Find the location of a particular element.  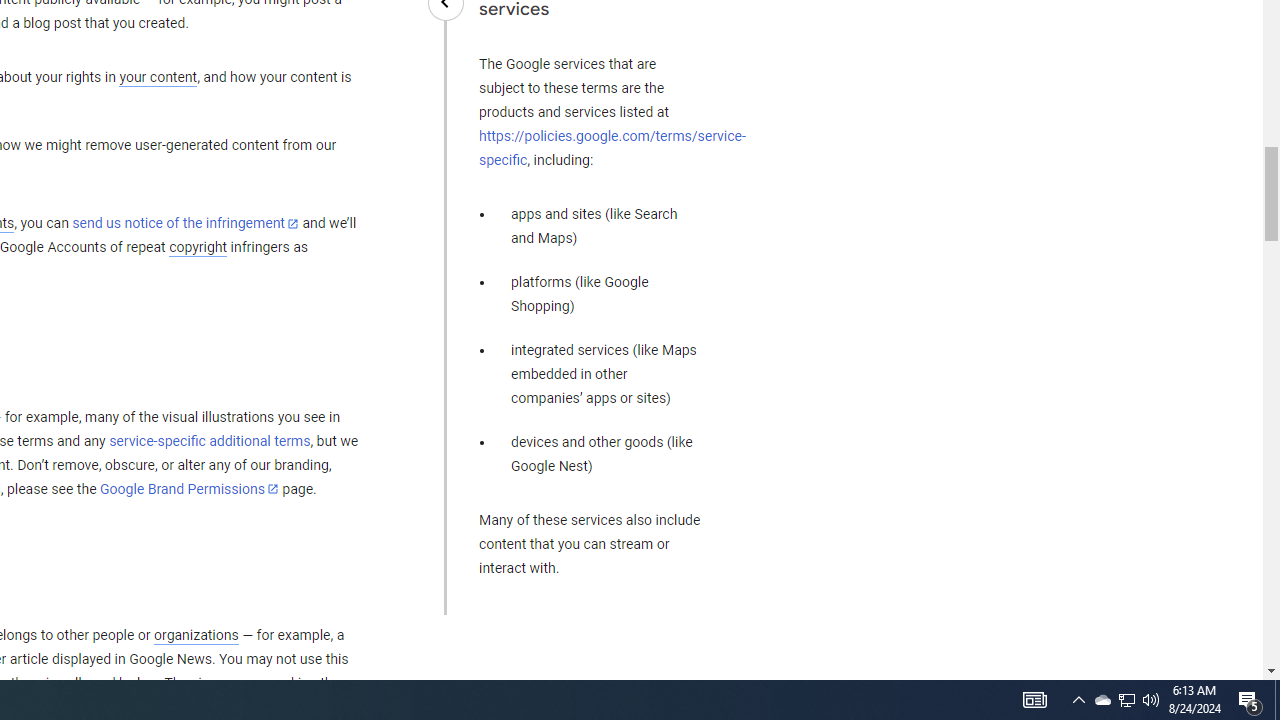

'copyright' is located at coordinates (198, 247).